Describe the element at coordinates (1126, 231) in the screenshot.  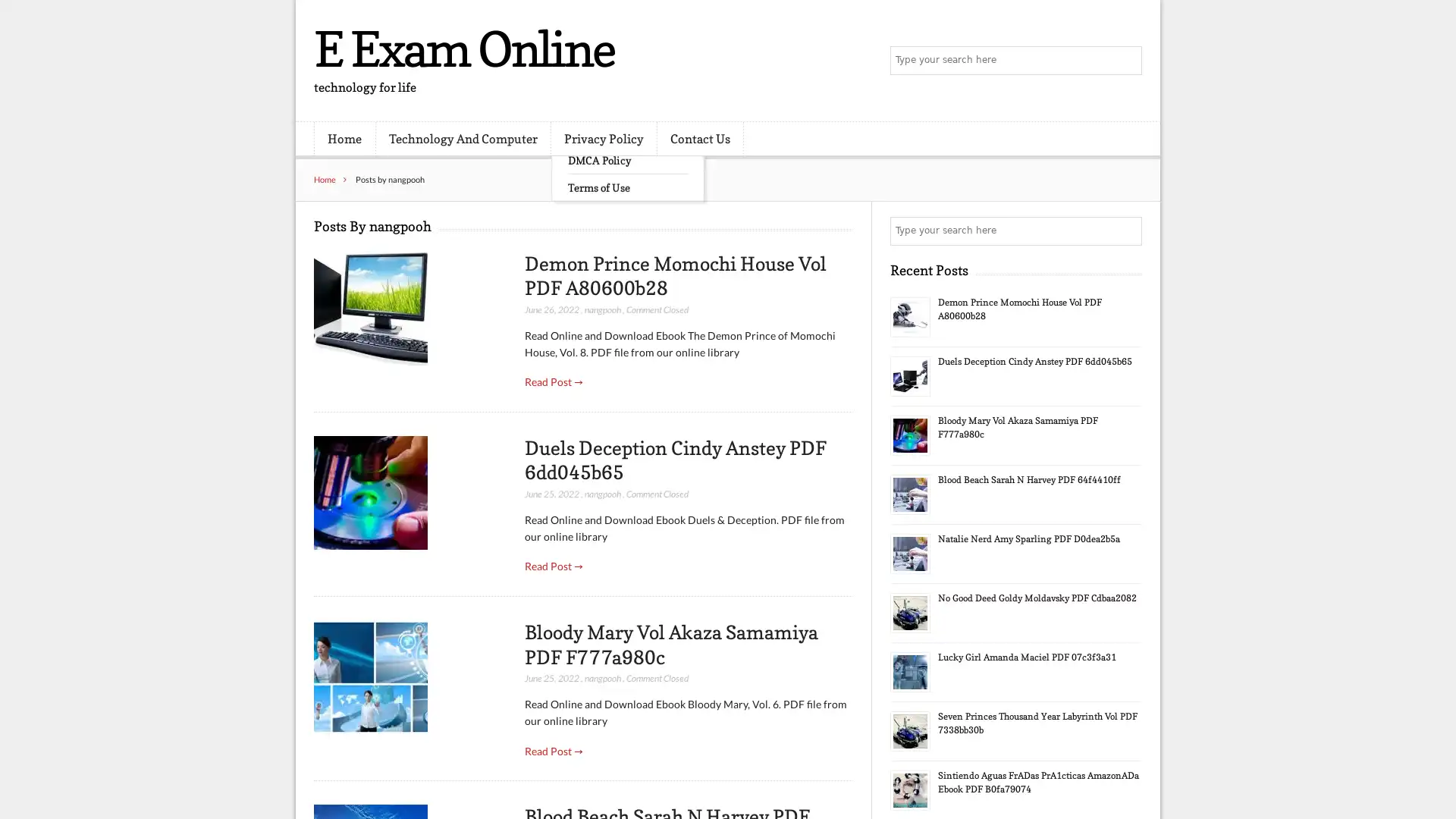
I see `Search` at that location.